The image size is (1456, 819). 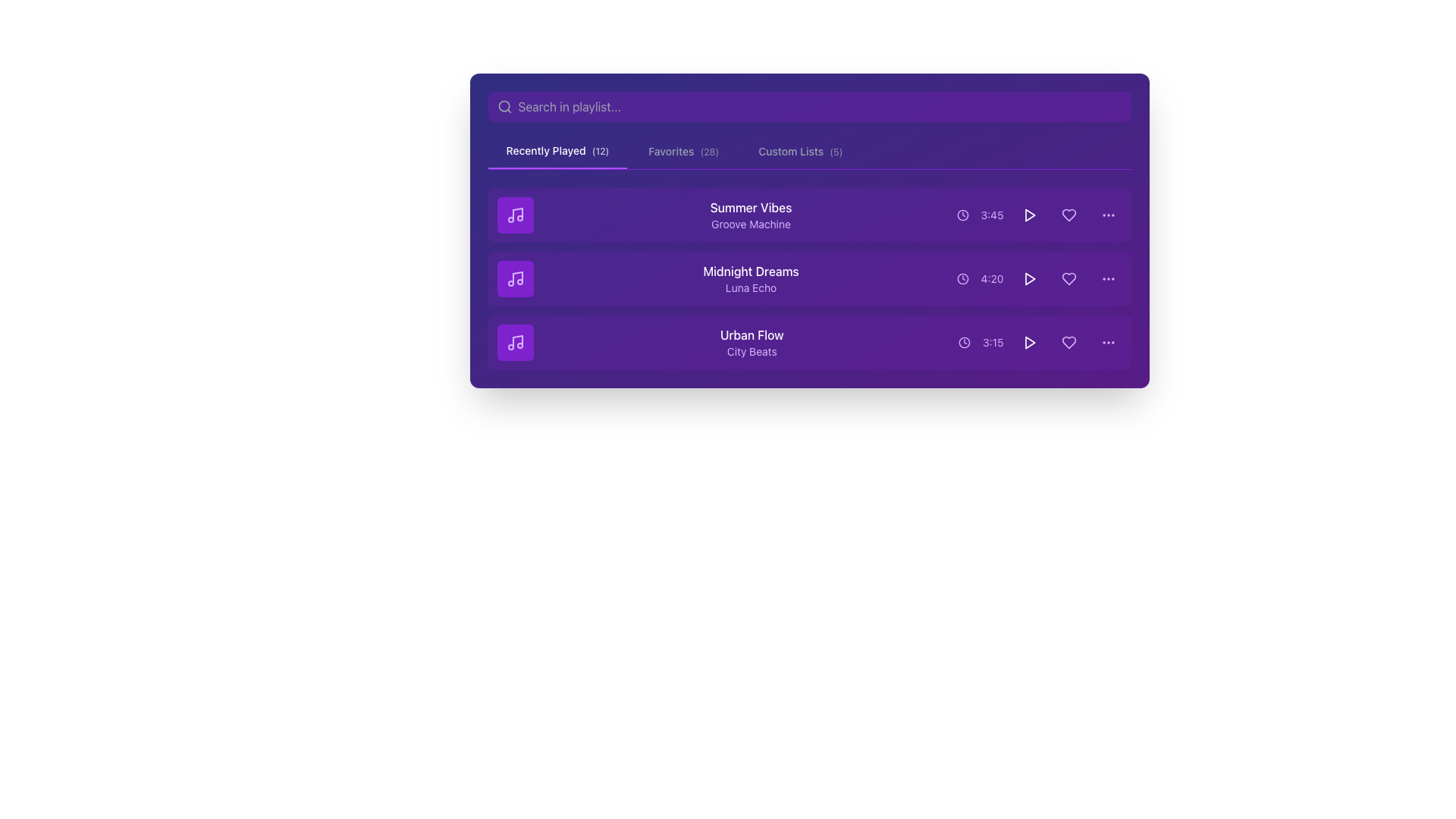 I want to click on the 'Play' button located, so click(x=1029, y=342).